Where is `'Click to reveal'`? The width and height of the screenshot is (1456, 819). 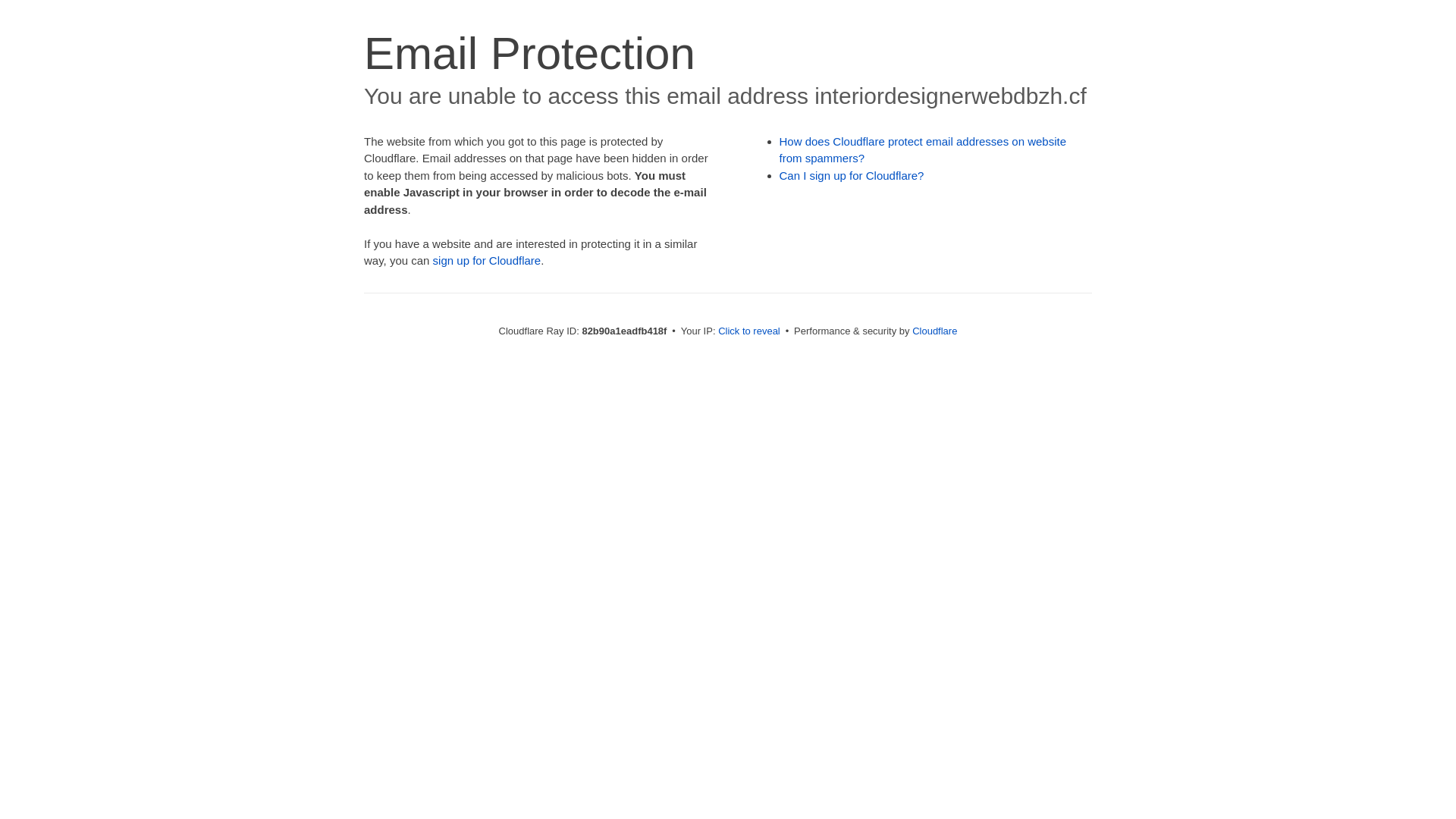
'Click to reveal' is located at coordinates (717, 330).